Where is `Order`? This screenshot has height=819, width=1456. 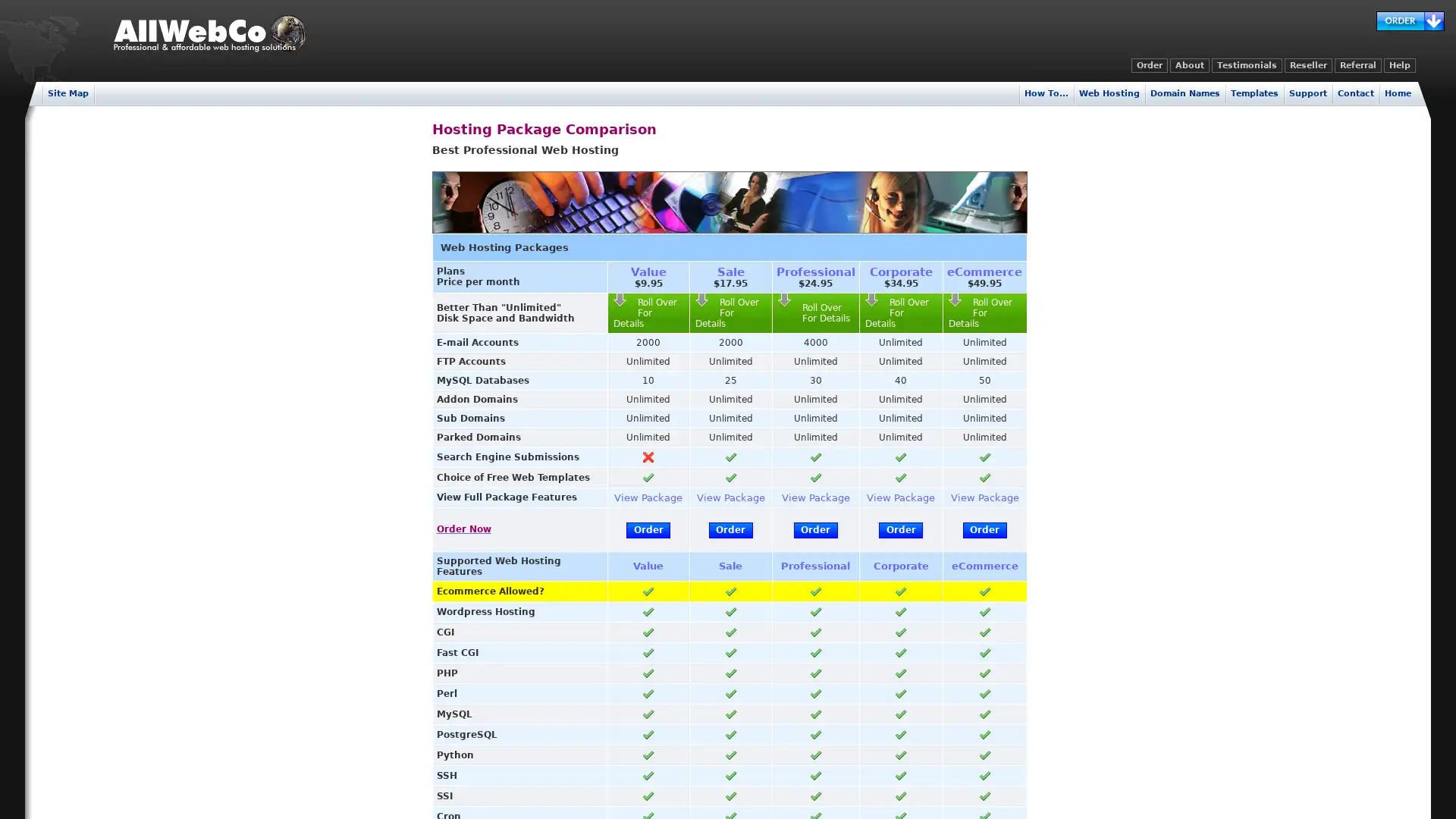
Order is located at coordinates (984, 529).